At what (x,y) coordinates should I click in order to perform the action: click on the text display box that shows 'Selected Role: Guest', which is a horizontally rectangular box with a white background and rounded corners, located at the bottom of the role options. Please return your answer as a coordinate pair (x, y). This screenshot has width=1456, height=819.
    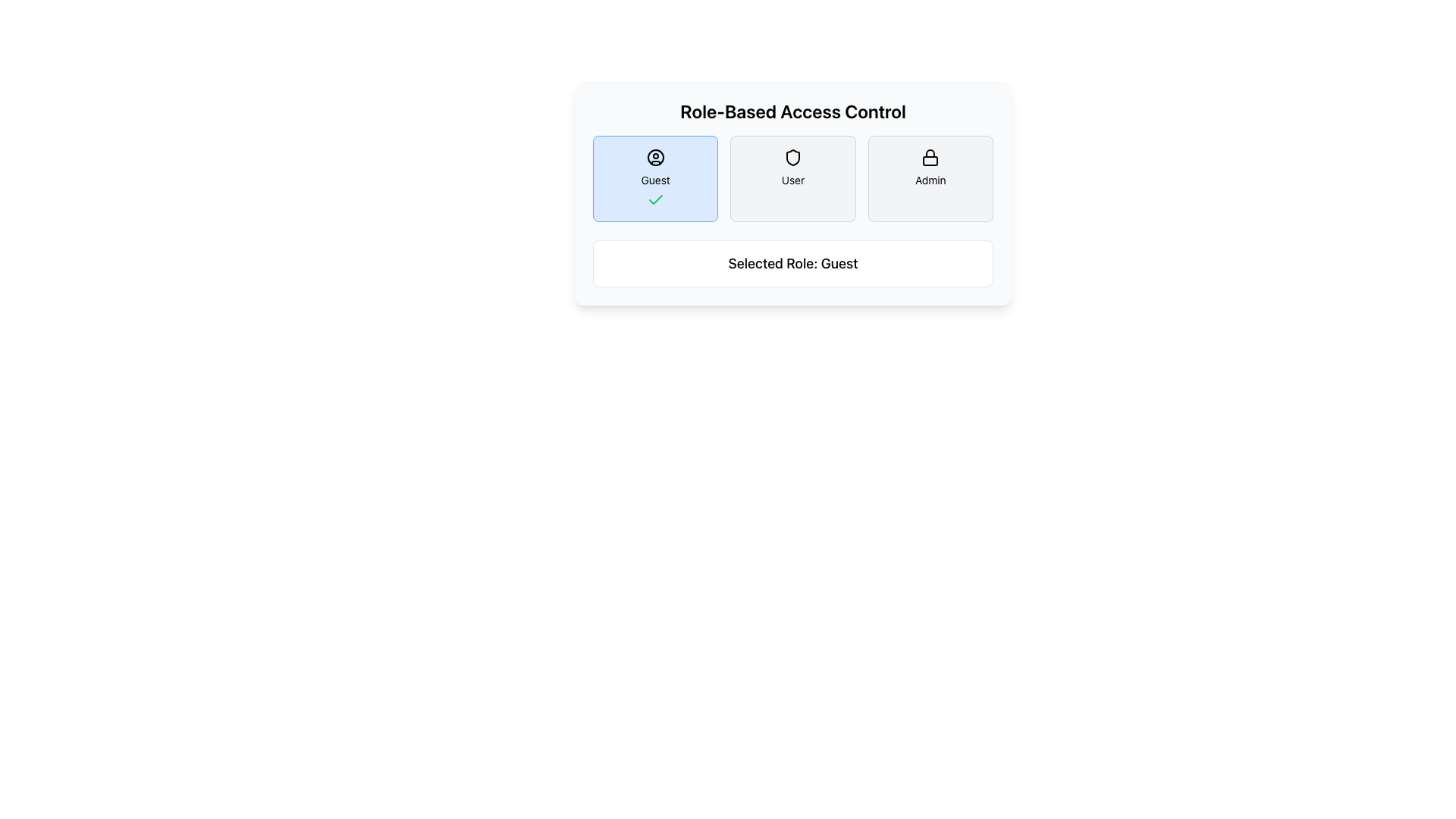
    Looking at the image, I should click on (792, 262).